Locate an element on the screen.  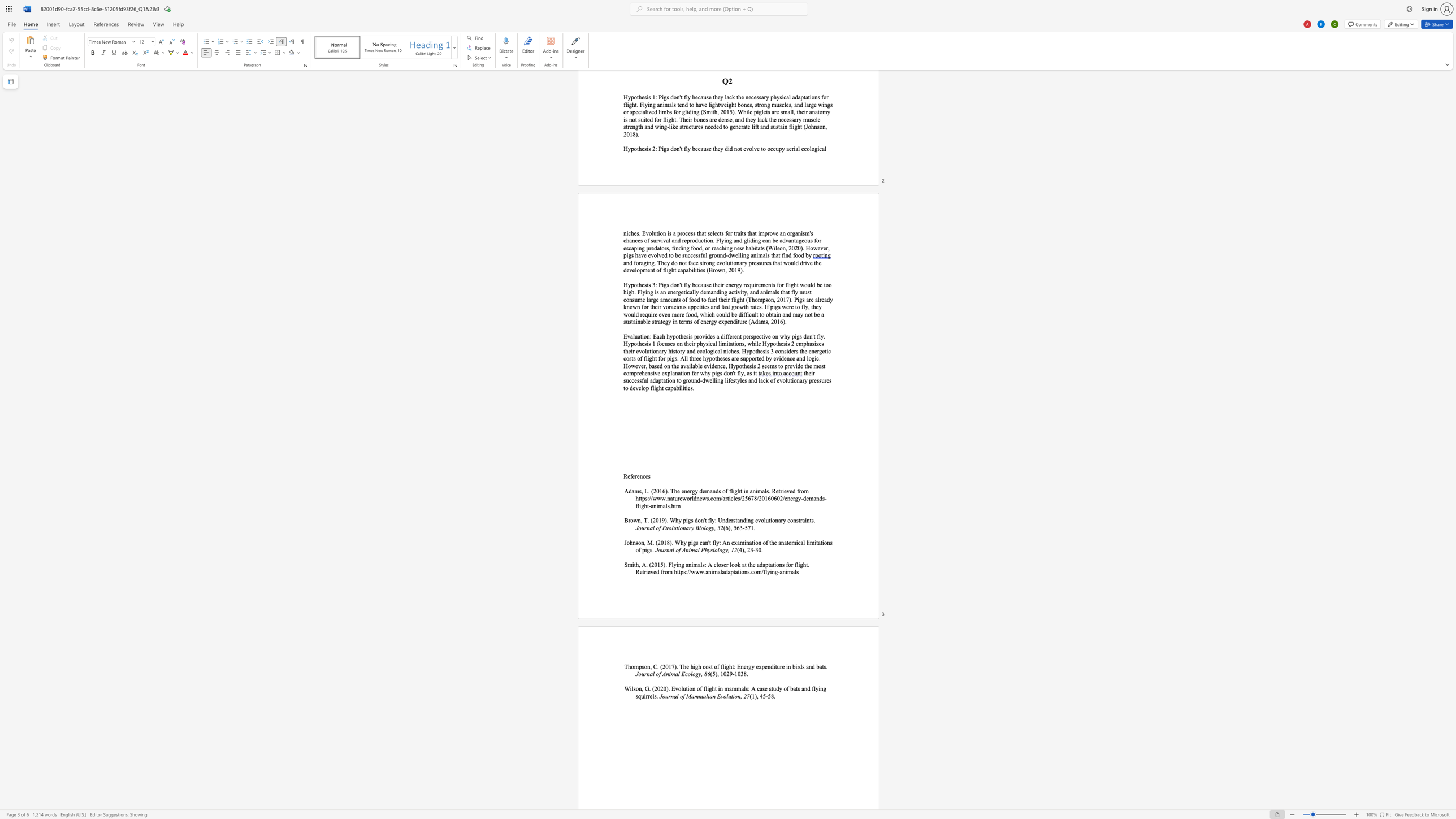
the space between the continuous character "e" and "n" in the text is located at coordinates (639, 476).